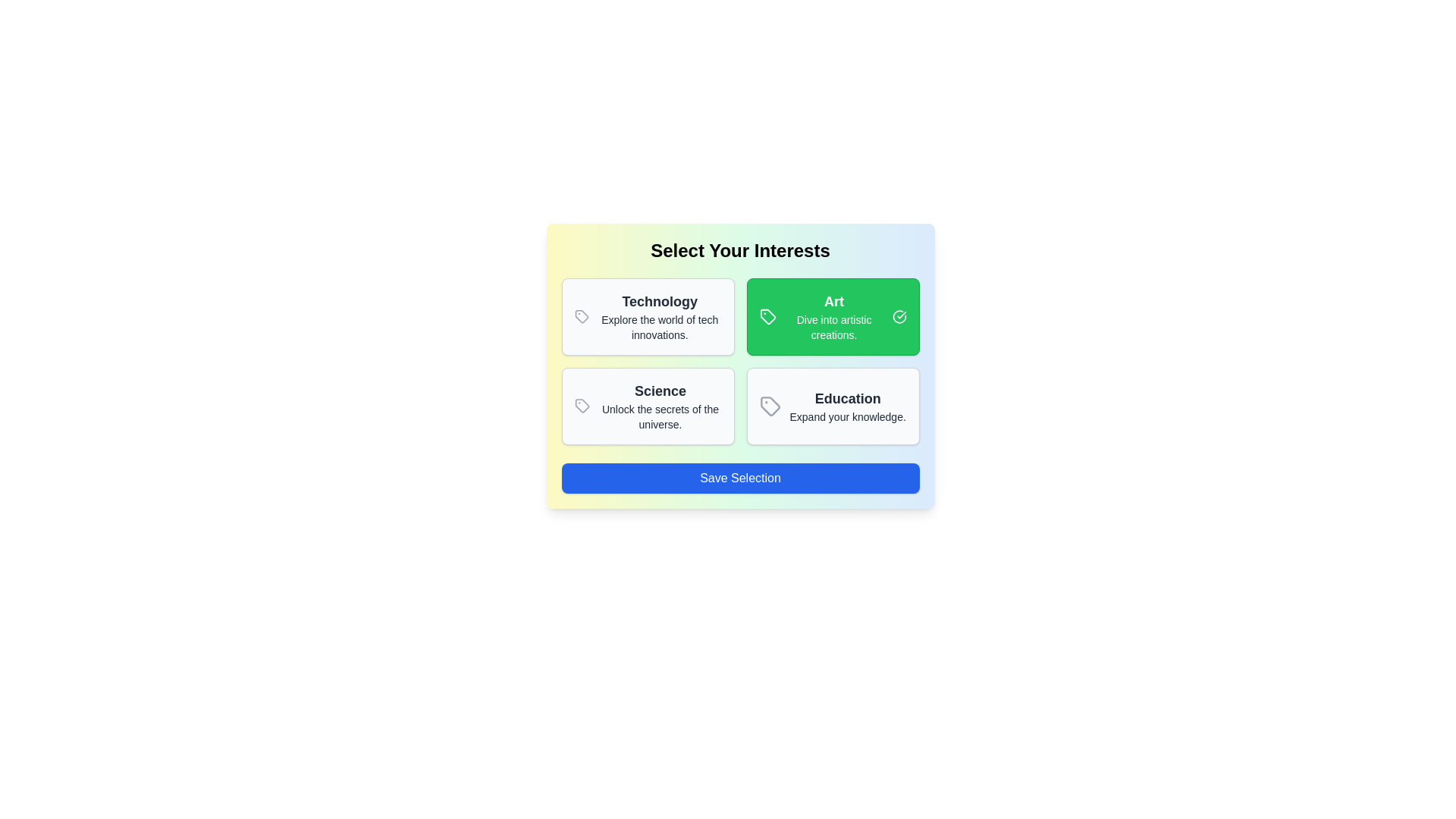 The height and width of the screenshot is (819, 1456). I want to click on the category card for Science, so click(648, 406).